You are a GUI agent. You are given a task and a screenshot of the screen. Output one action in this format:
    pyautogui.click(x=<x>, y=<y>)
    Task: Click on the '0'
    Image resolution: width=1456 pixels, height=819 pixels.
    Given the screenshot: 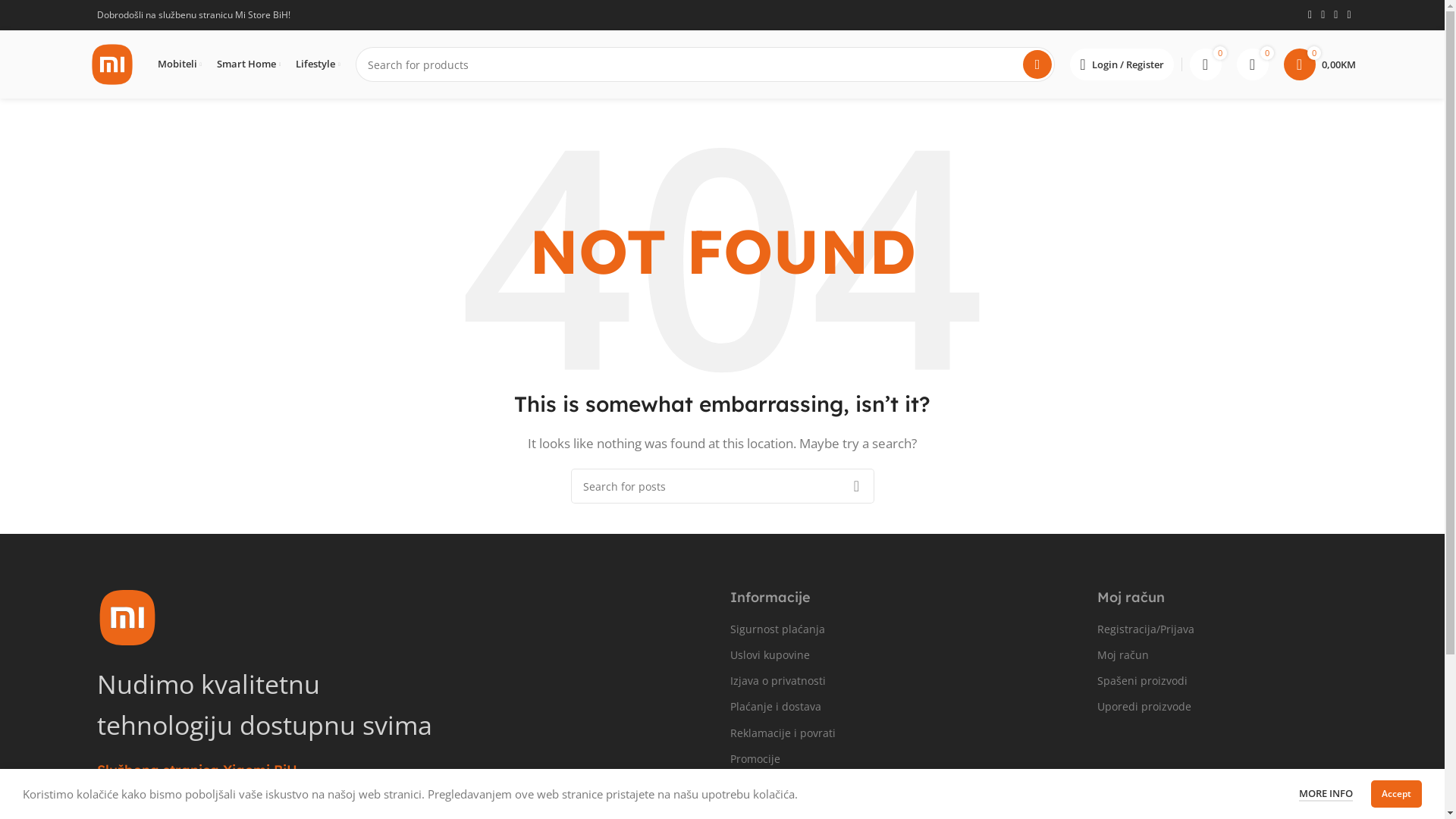 What is the action you would take?
    pyautogui.click(x=1252, y=63)
    